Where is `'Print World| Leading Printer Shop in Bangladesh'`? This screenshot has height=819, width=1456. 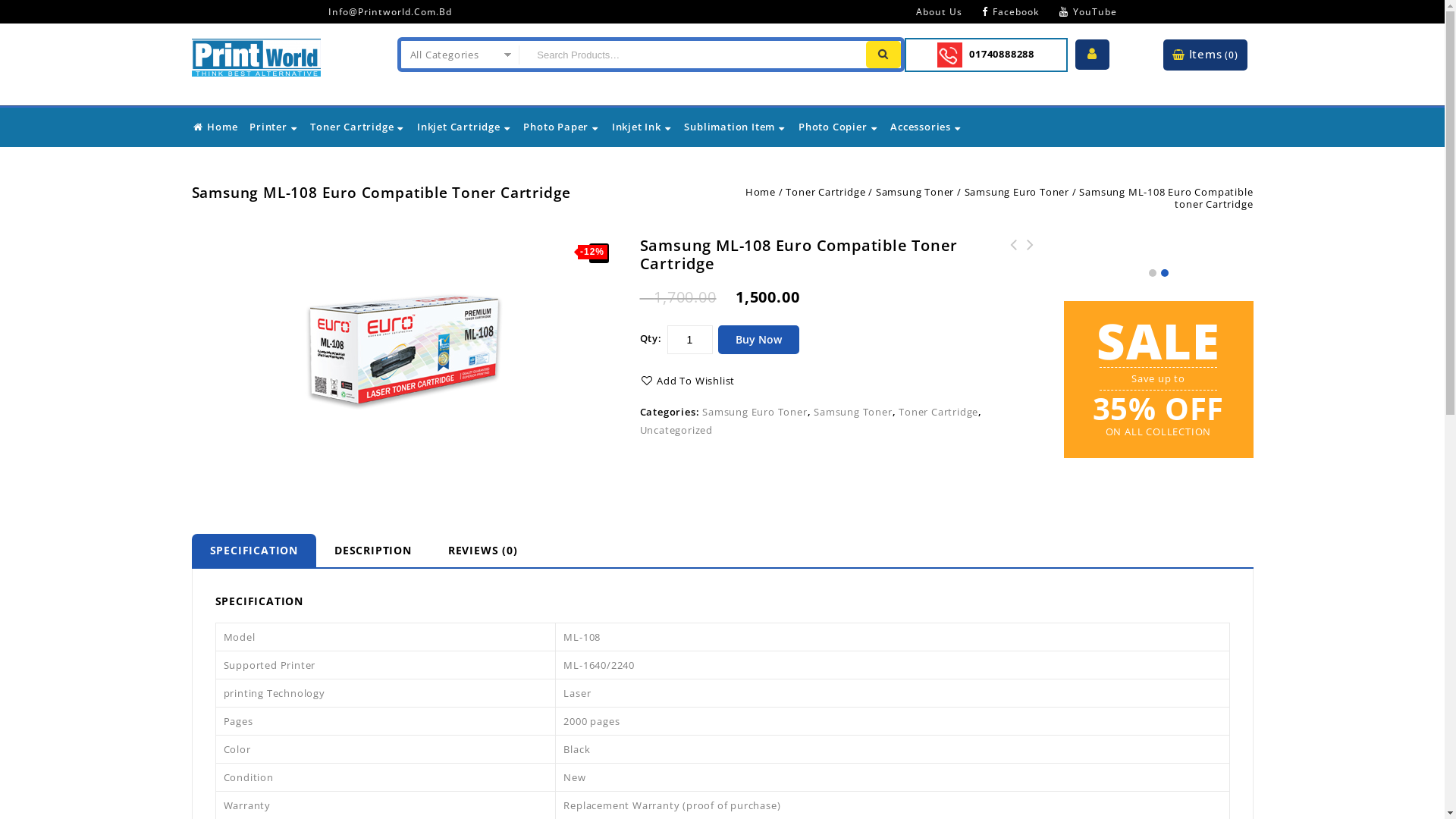 'Print World| Leading Printer Shop in Bangladesh' is located at coordinates (190, 54).